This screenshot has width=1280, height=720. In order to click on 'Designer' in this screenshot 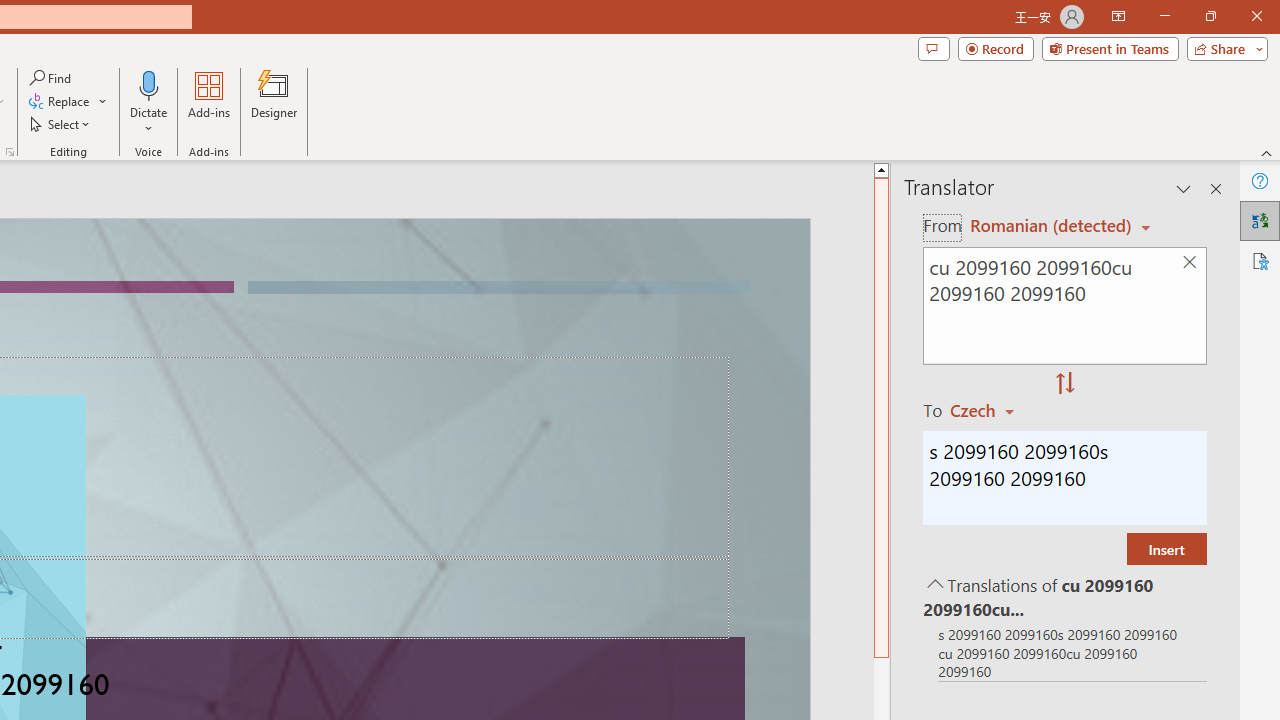, I will do `click(273, 103)`.